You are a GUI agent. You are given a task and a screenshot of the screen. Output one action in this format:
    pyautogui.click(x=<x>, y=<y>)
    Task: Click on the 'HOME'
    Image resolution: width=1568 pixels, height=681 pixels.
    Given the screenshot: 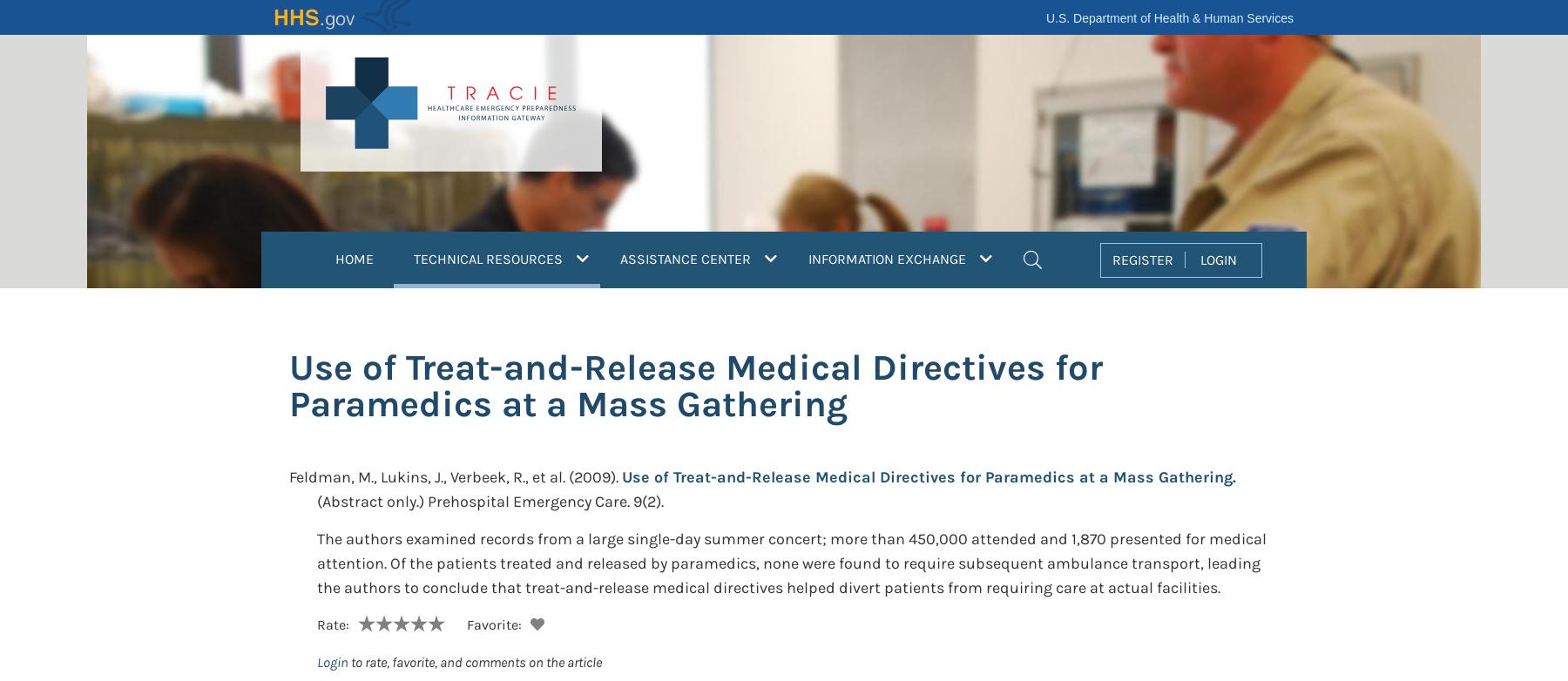 What is the action you would take?
    pyautogui.click(x=354, y=258)
    